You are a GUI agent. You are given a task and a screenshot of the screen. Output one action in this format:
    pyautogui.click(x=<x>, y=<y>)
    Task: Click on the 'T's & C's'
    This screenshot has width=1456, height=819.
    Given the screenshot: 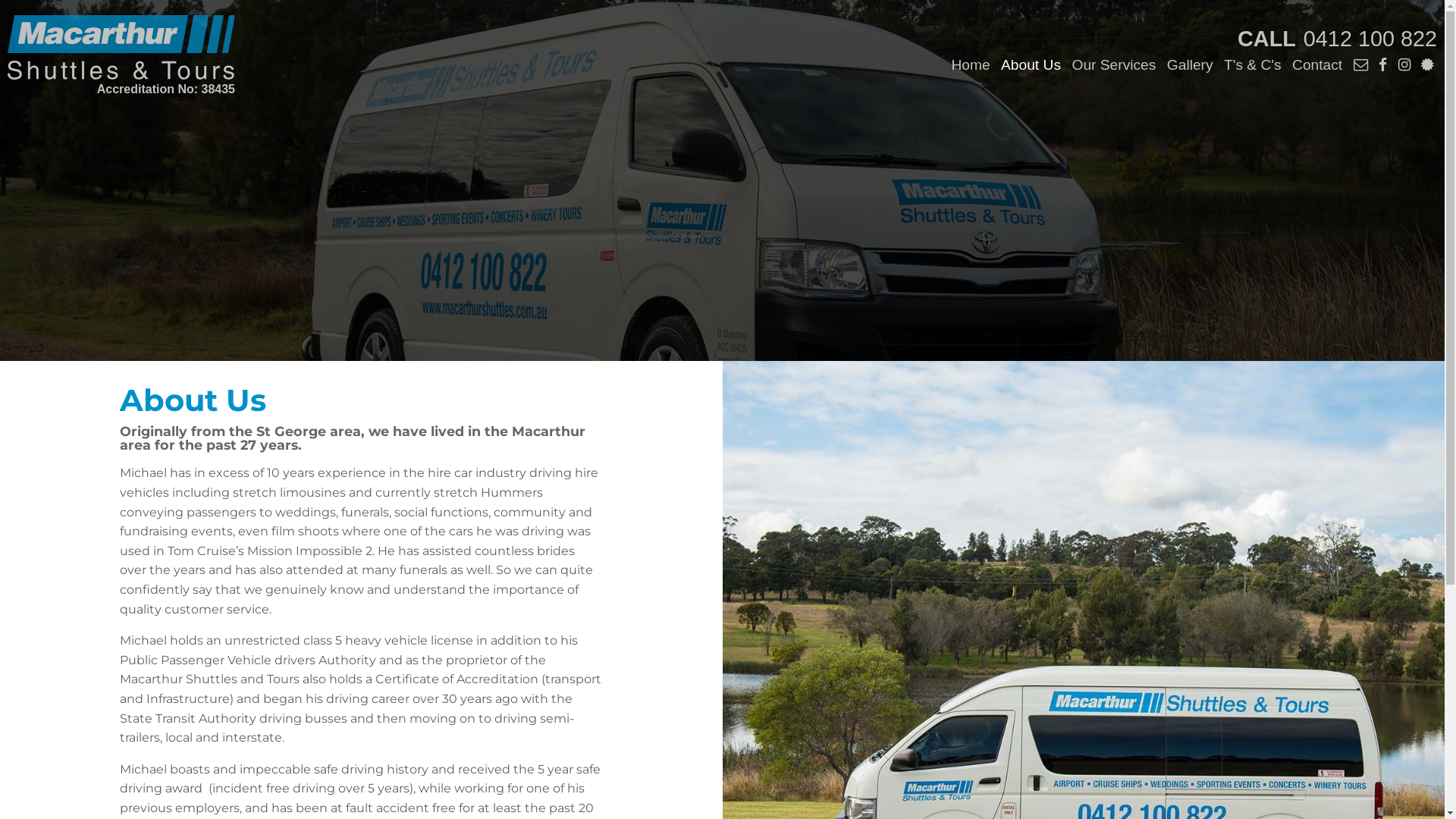 What is the action you would take?
    pyautogui.click(x=1219, y=64)
    